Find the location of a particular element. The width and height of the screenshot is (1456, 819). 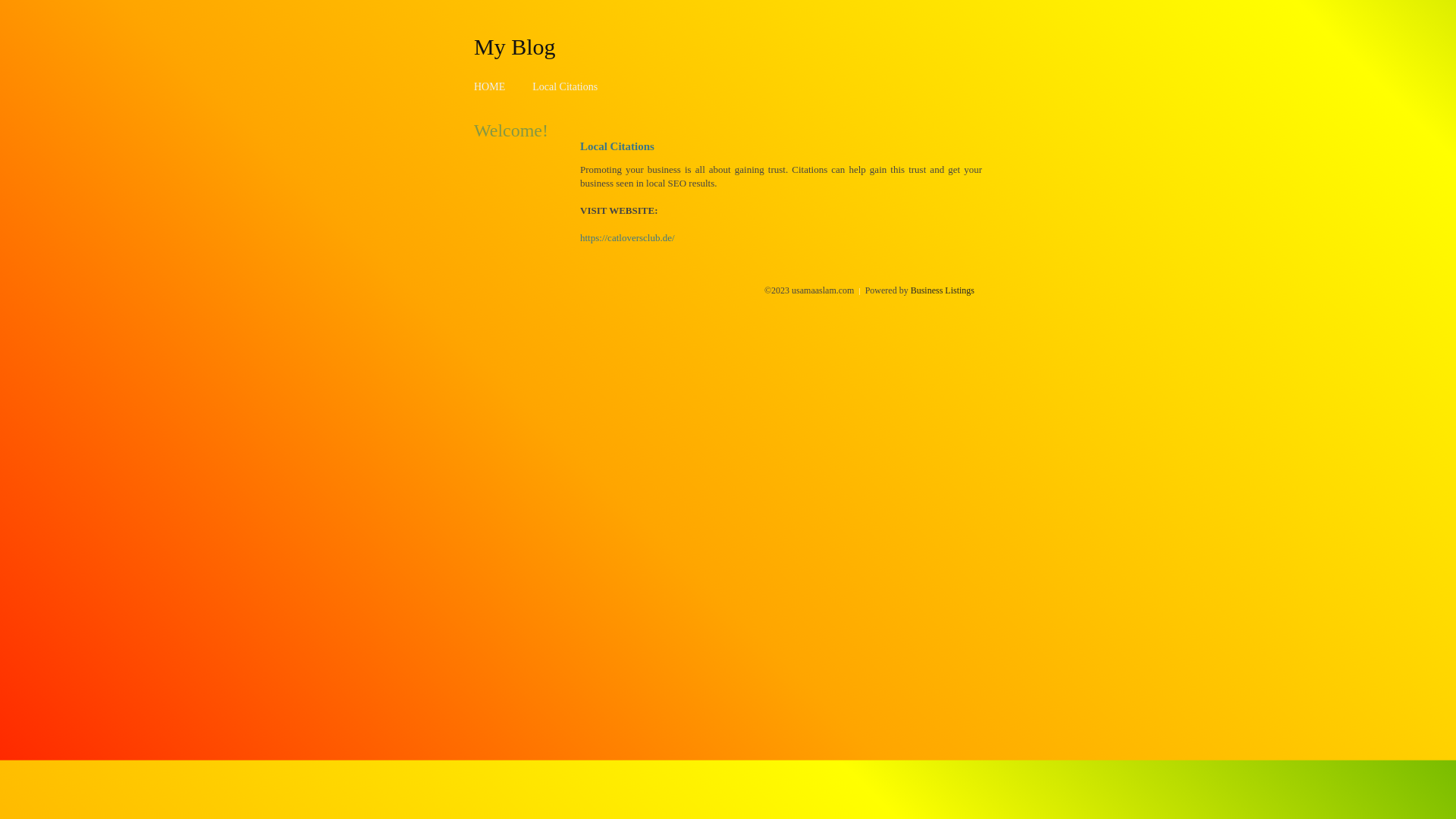

'HOME' is located at coordinates (489, 86).